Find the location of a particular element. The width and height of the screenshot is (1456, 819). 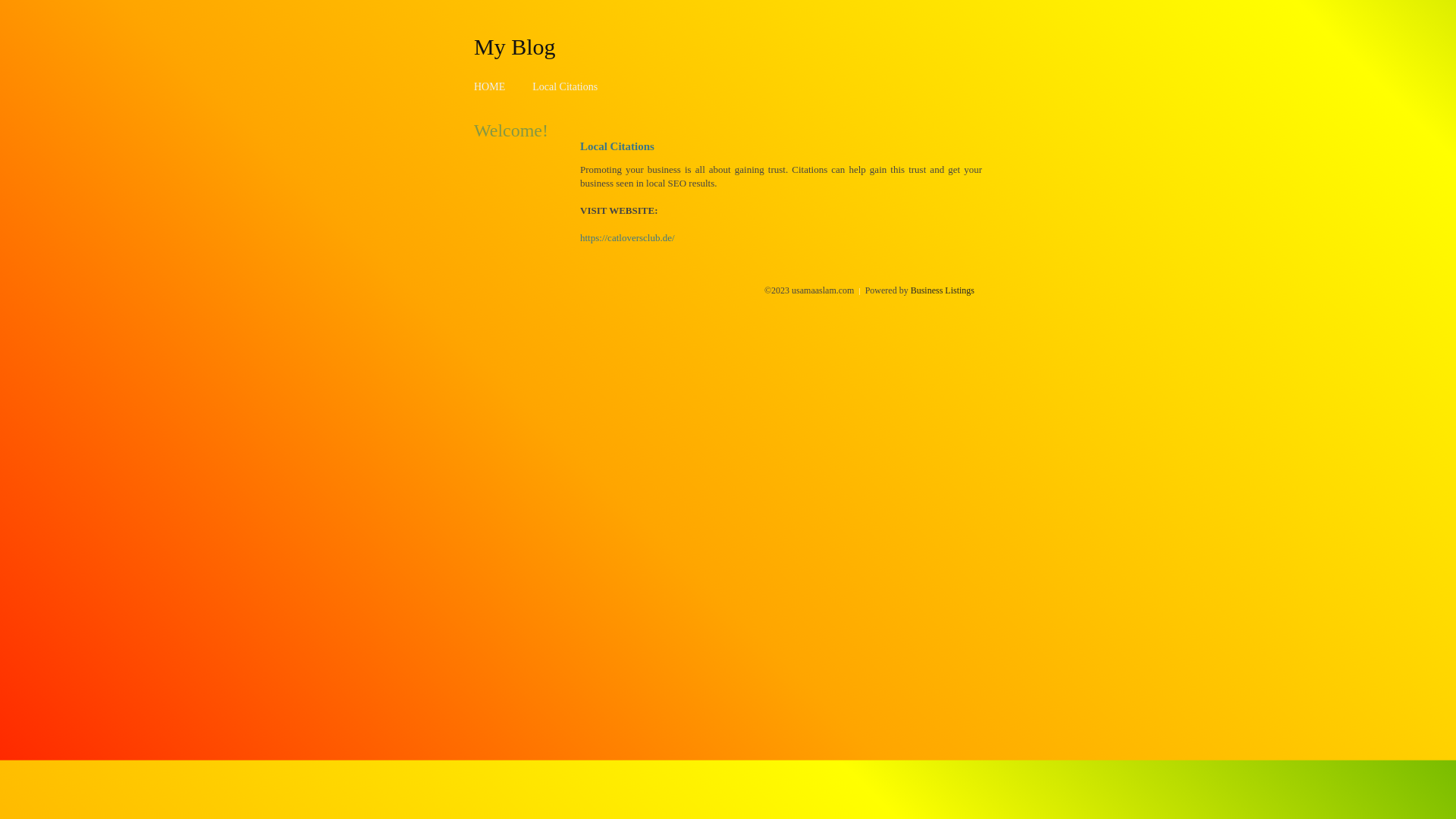

'HOME' is located at coordinates (489, 86).